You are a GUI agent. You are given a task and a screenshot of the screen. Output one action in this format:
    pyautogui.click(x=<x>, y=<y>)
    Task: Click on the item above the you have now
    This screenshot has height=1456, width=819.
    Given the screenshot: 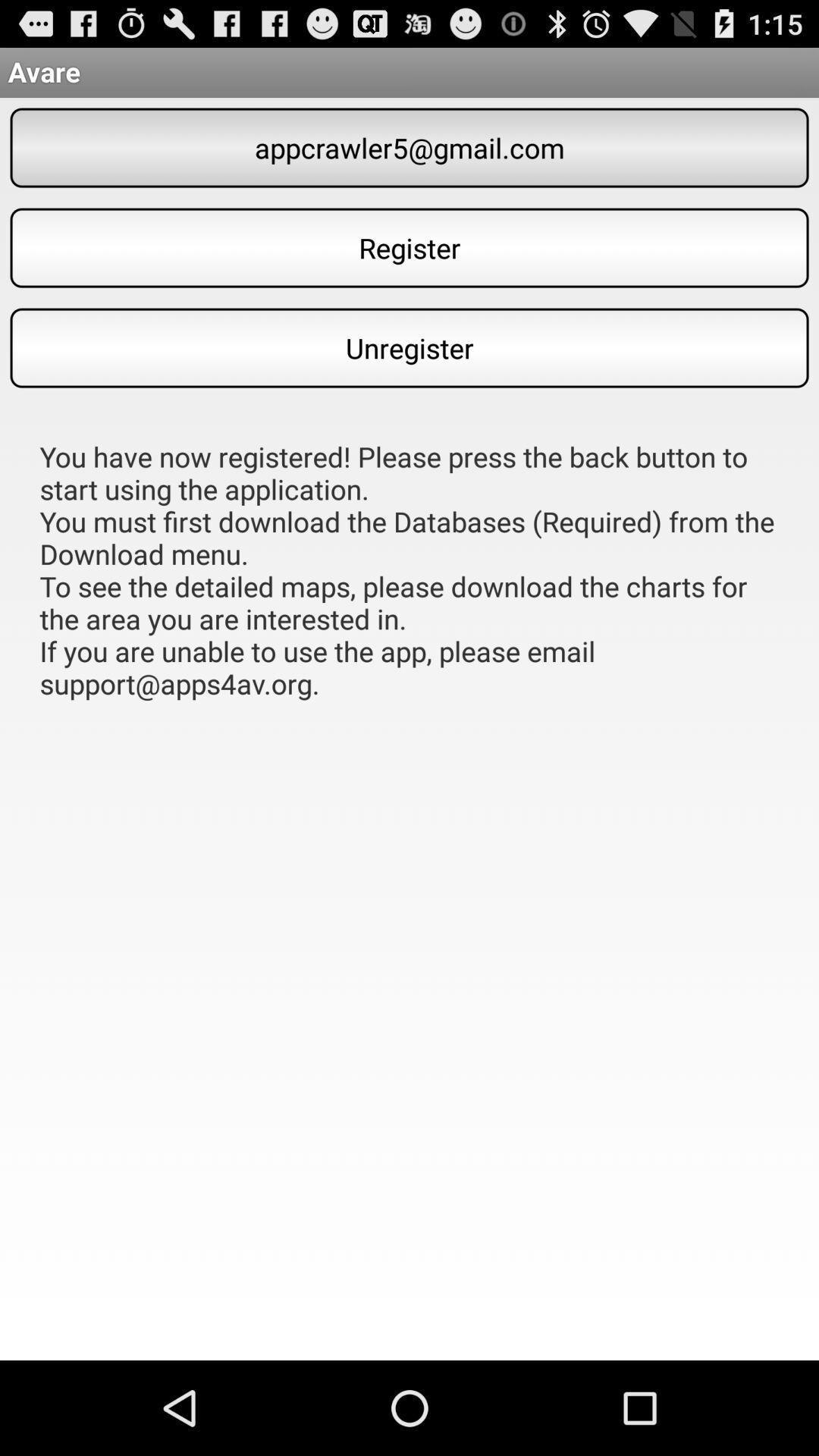 What is the action you would take?
    pyautogui.click(x=409, y=347)
    